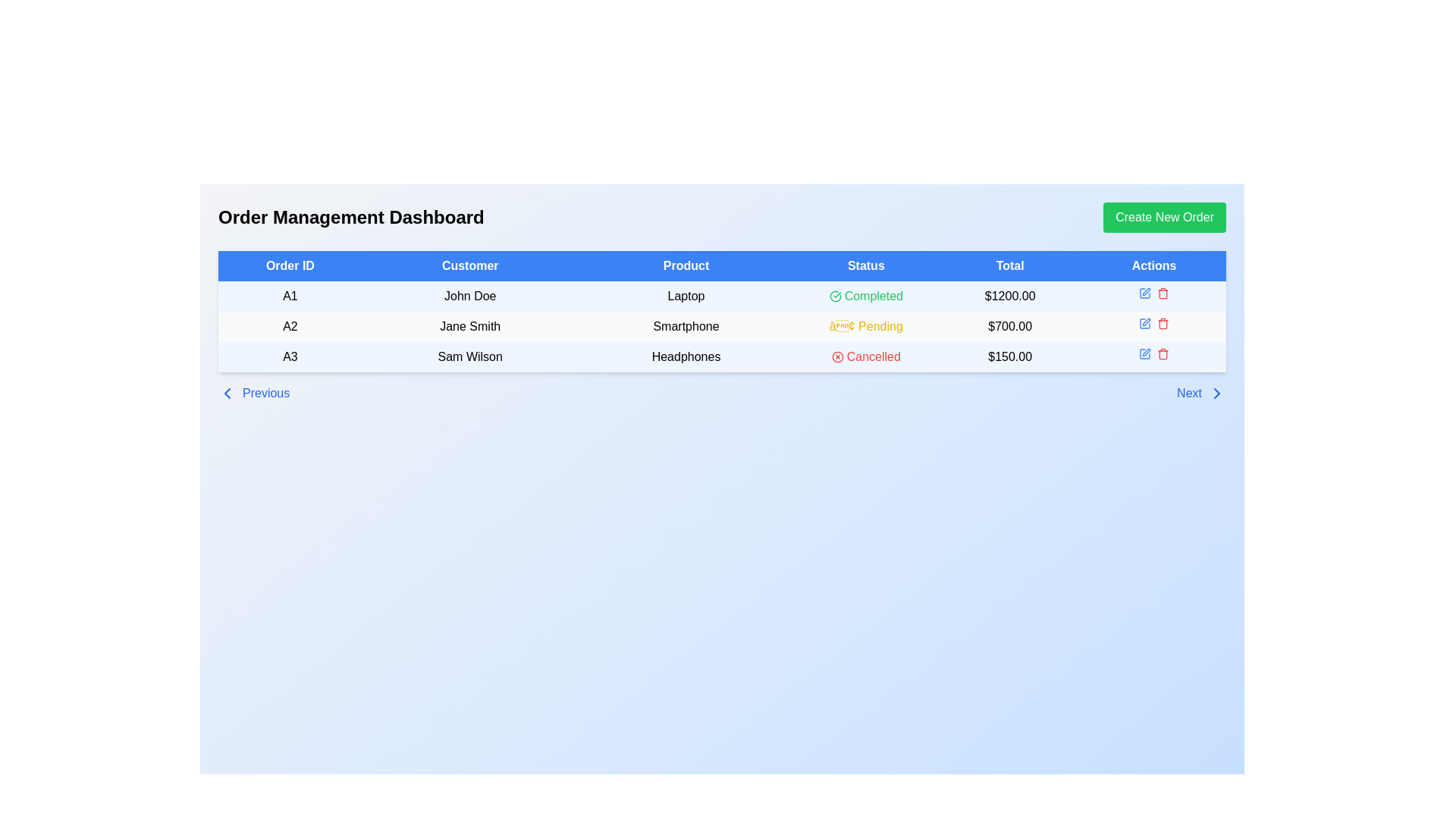 This screenshot has width=1456, height=819. I want to click on the Text label in the third row and third column of the table under the 'Product' category, which is adjacent to 'Sam Wilson' on the left and 'Cancelled' on the right, so click(686, 356).